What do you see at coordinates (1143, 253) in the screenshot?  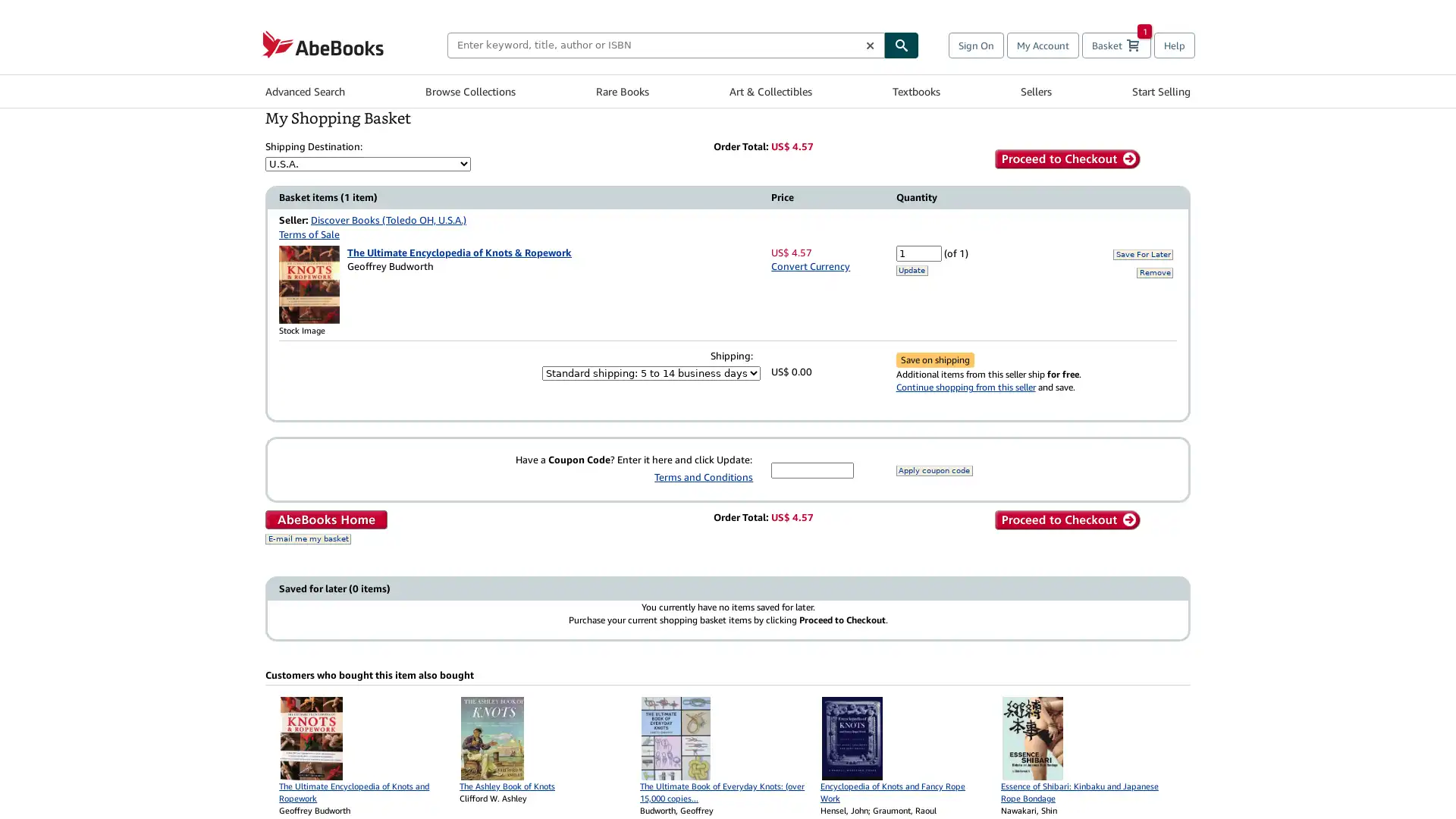 I see `Save For Later: The Ultimate Encyclopedia of Knots & Ropework` at bounding box center [1143, 253].